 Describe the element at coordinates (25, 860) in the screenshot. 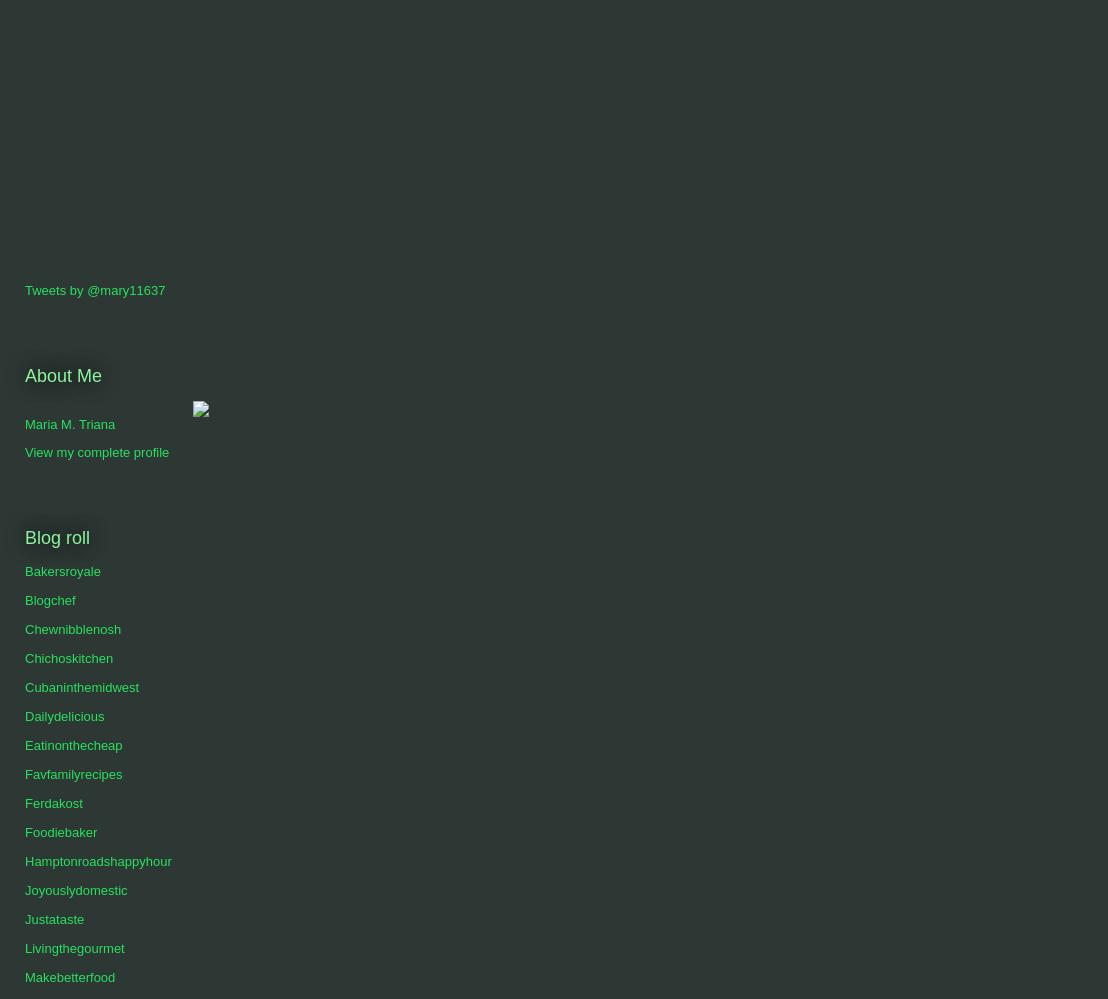

I see `'Hamptonroadshappyhour'` at that location.